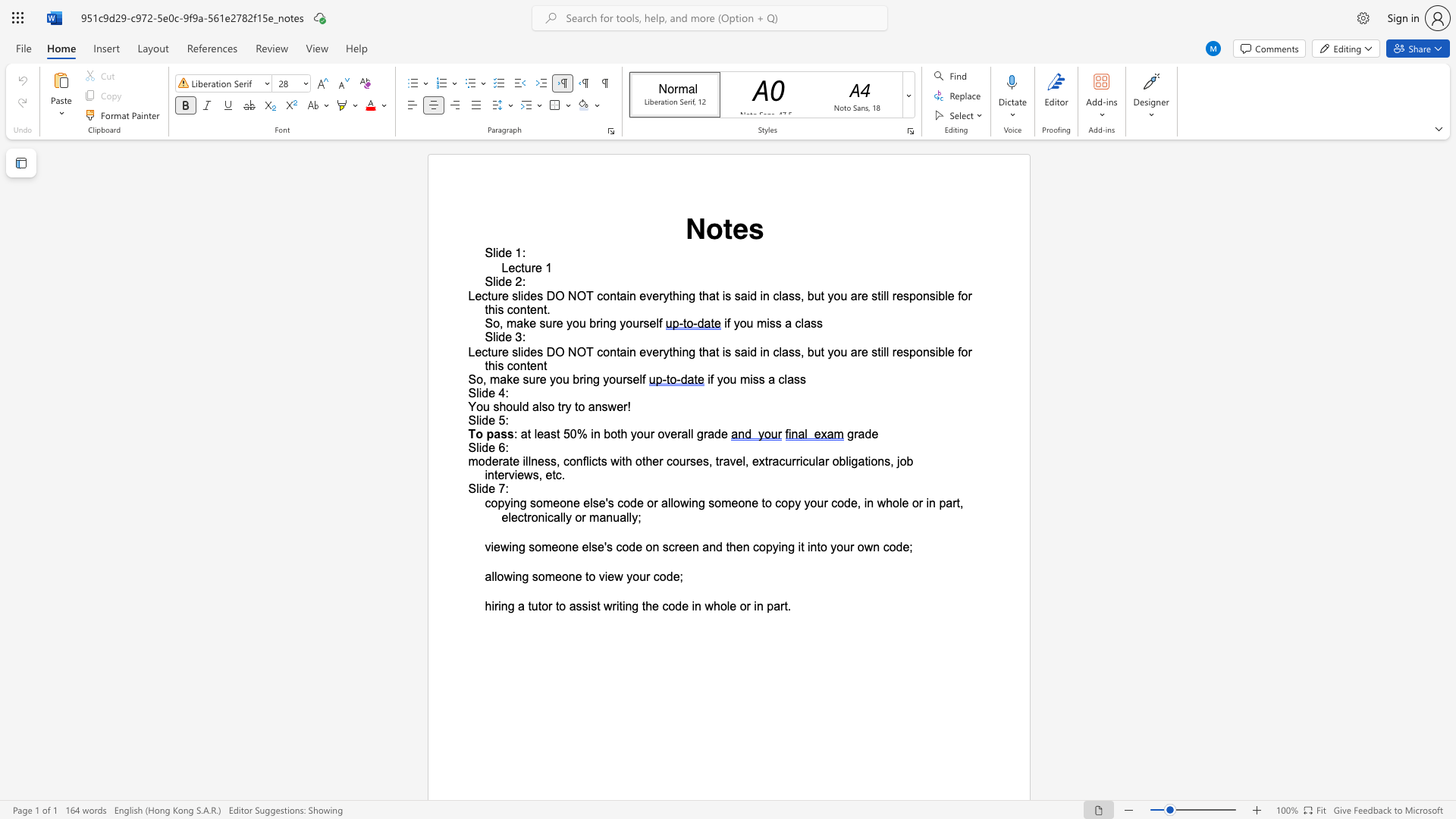 Image resolution: width=1456 pixels, height=819 pixels. What do you see at coordinates (547, 406) in the screenshot?
I see `the subset text "o t" within the text "You should also try to answer!"` at bounding box center [547, 406].